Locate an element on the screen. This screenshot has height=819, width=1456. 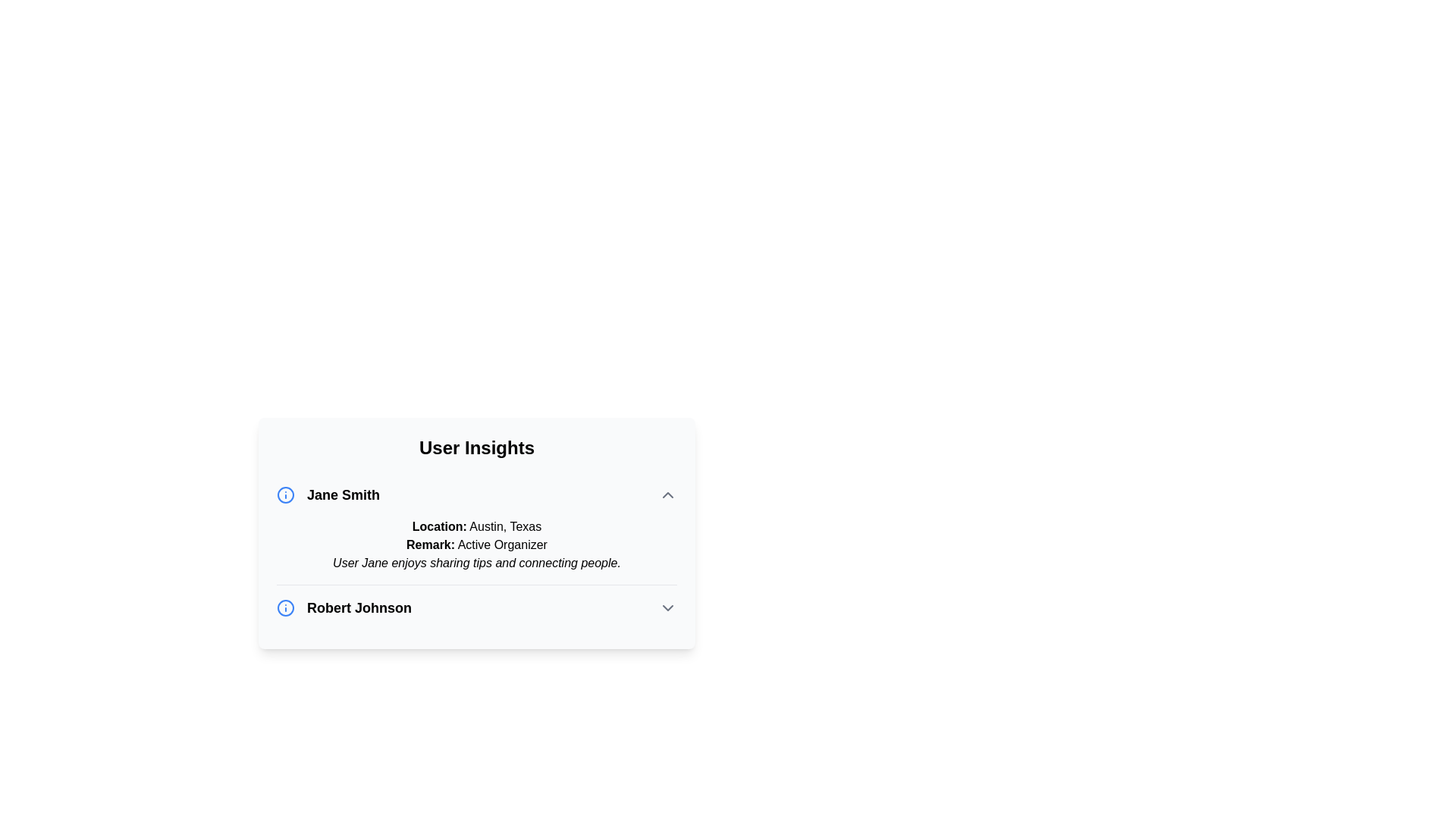
the user profile card displaying details for 'Jane Smith', located in the 'User Insights' section is located at coordinates (475, 528).